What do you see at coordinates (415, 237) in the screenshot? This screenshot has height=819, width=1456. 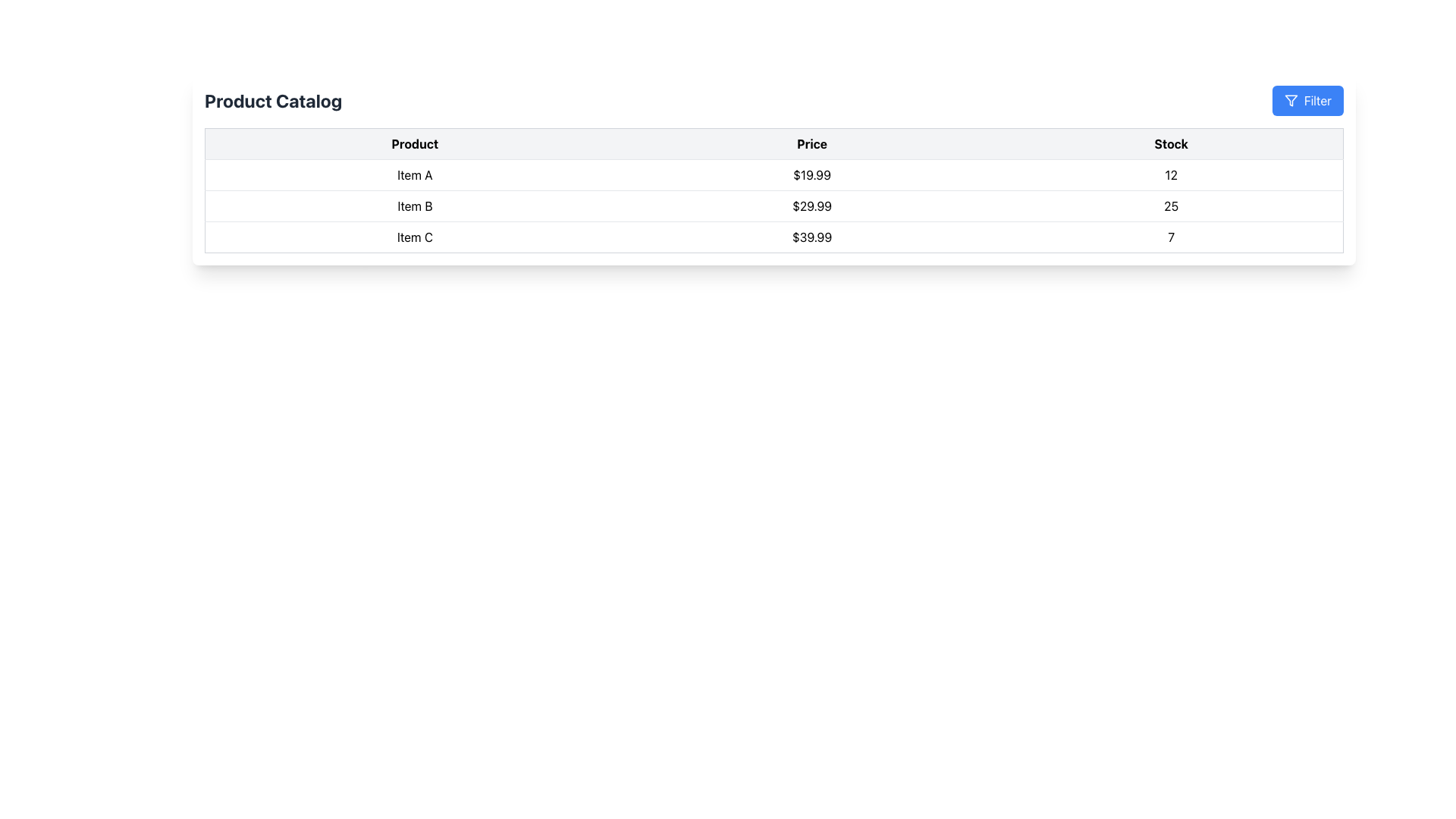 I see `the text label displaying 'Item C', which is located in the third row and first column of the table under 'Product'` at bounding box center [415, 237].